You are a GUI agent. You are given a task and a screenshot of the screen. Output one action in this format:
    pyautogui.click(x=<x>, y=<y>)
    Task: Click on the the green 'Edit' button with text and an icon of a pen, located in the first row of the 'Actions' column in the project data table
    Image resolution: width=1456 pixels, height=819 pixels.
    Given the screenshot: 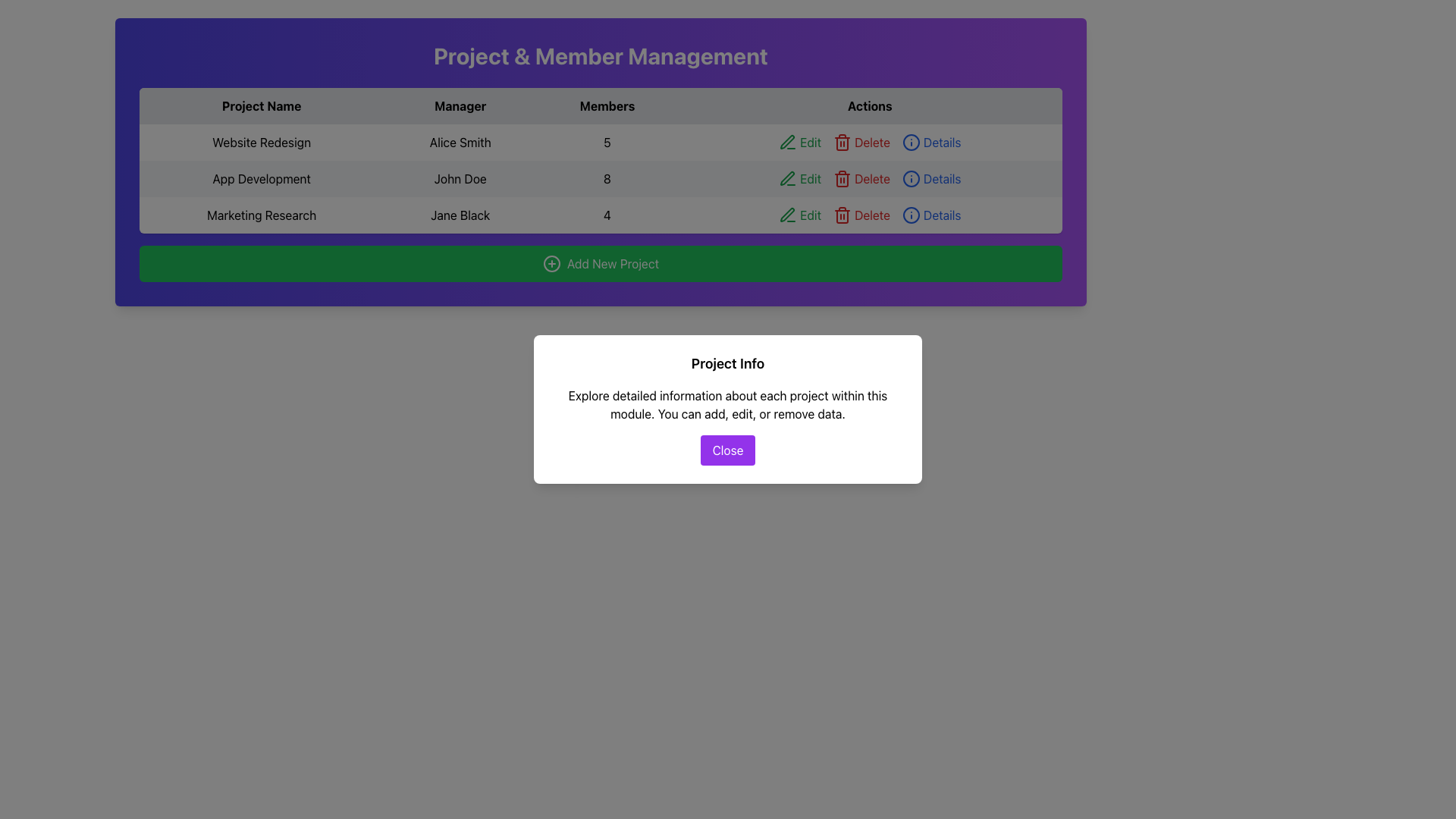 What is the action you would take?
    pyautogui.click(x=799, y=143)
    